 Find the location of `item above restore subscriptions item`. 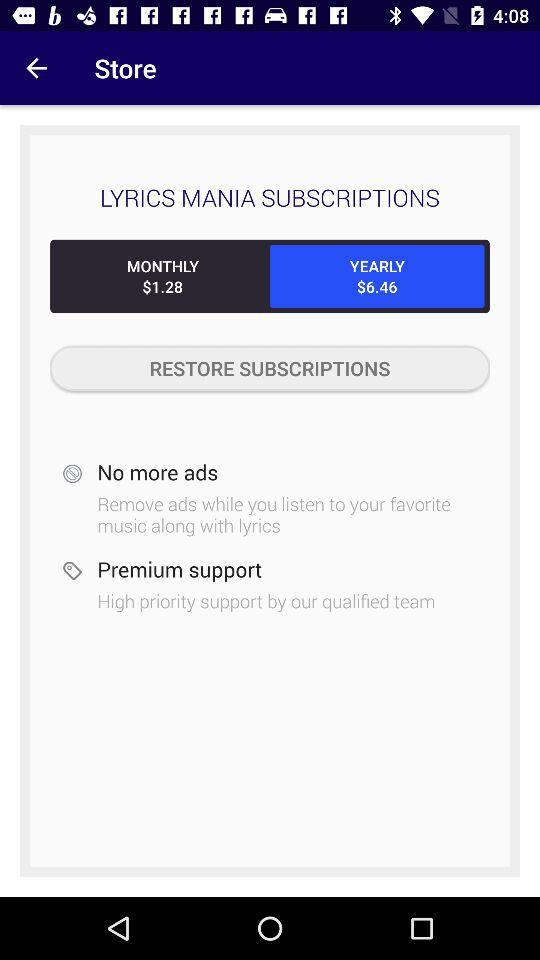

item above restore subscriptions item is located at coordinates (161, 275).